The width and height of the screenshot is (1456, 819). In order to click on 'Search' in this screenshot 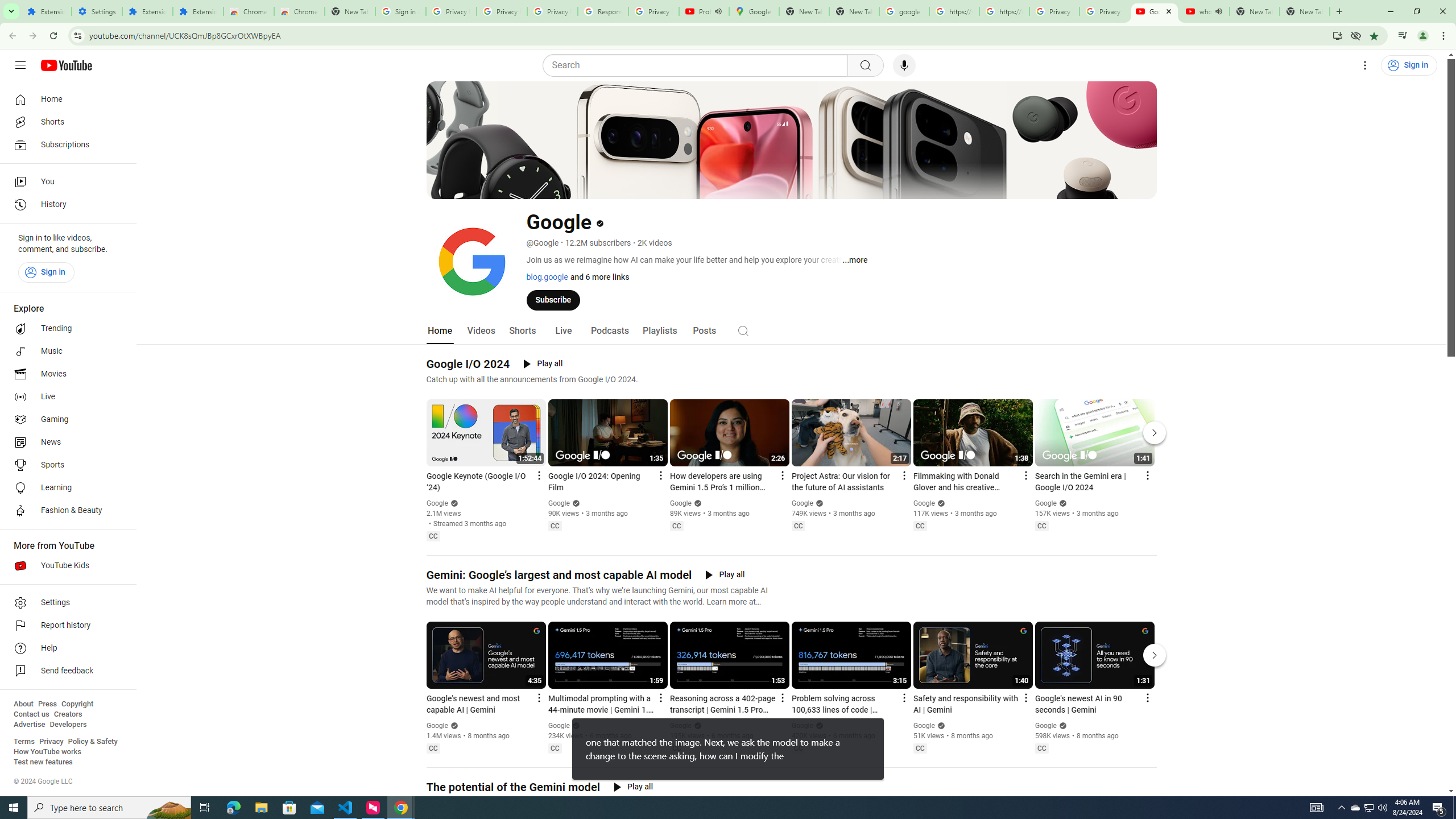, I will do `click(698, 65)`.